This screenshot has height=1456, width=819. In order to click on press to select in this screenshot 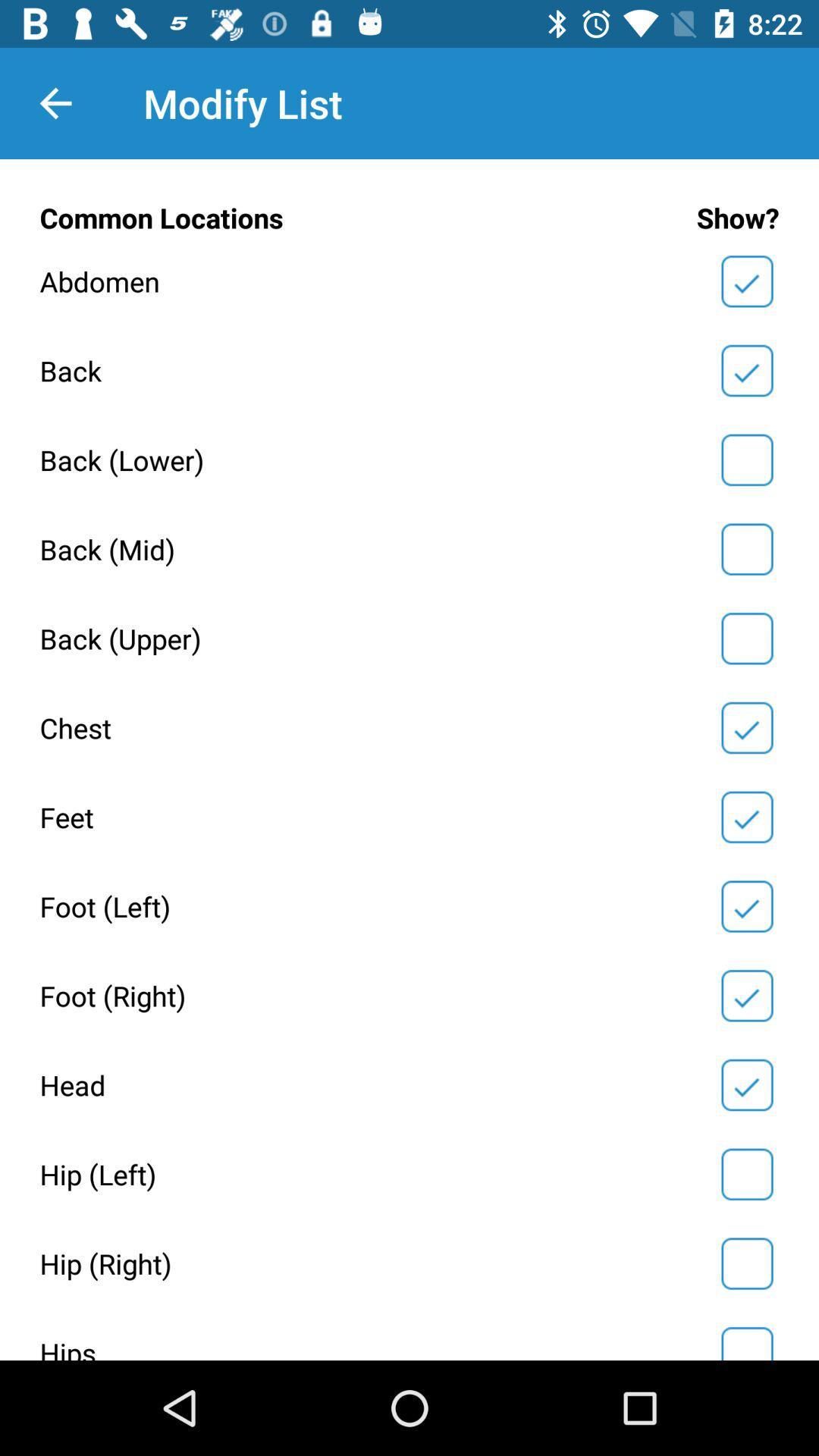, I will do `click(746, 459)`.